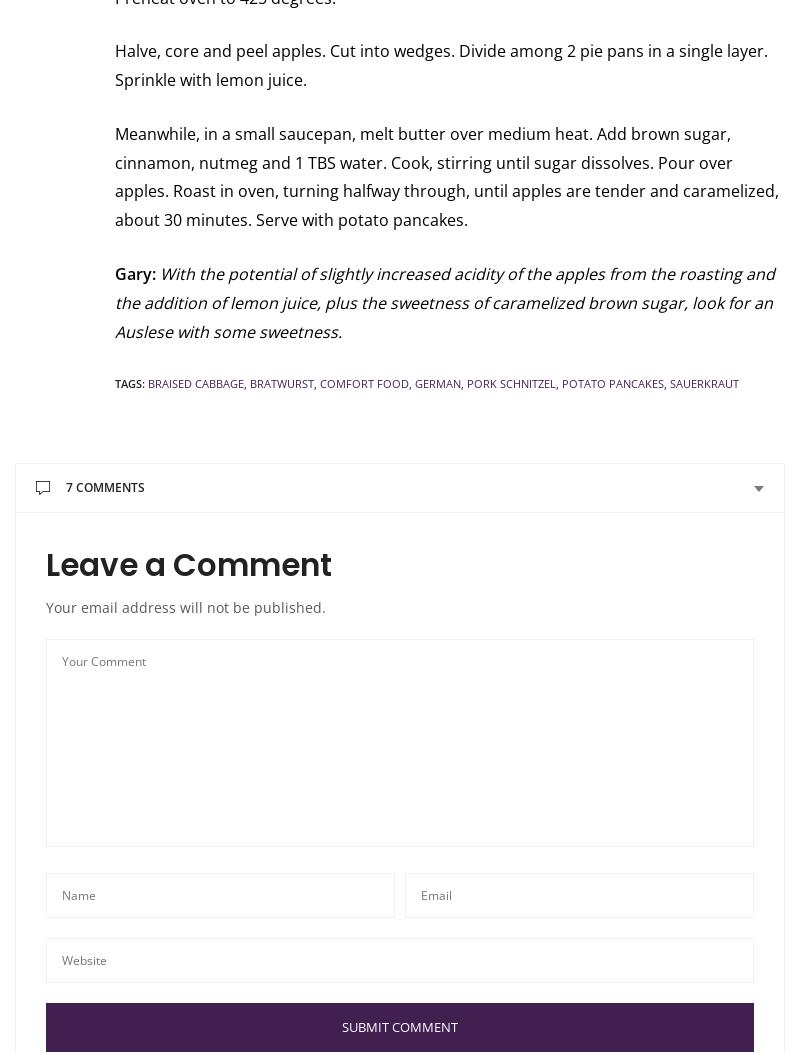 This screenshot has width=800, height=1053. What do you see at coordinates (185, 607) in the screenshot?
I see `'Your email address will not be published.'` at bounding box center [185, 607].